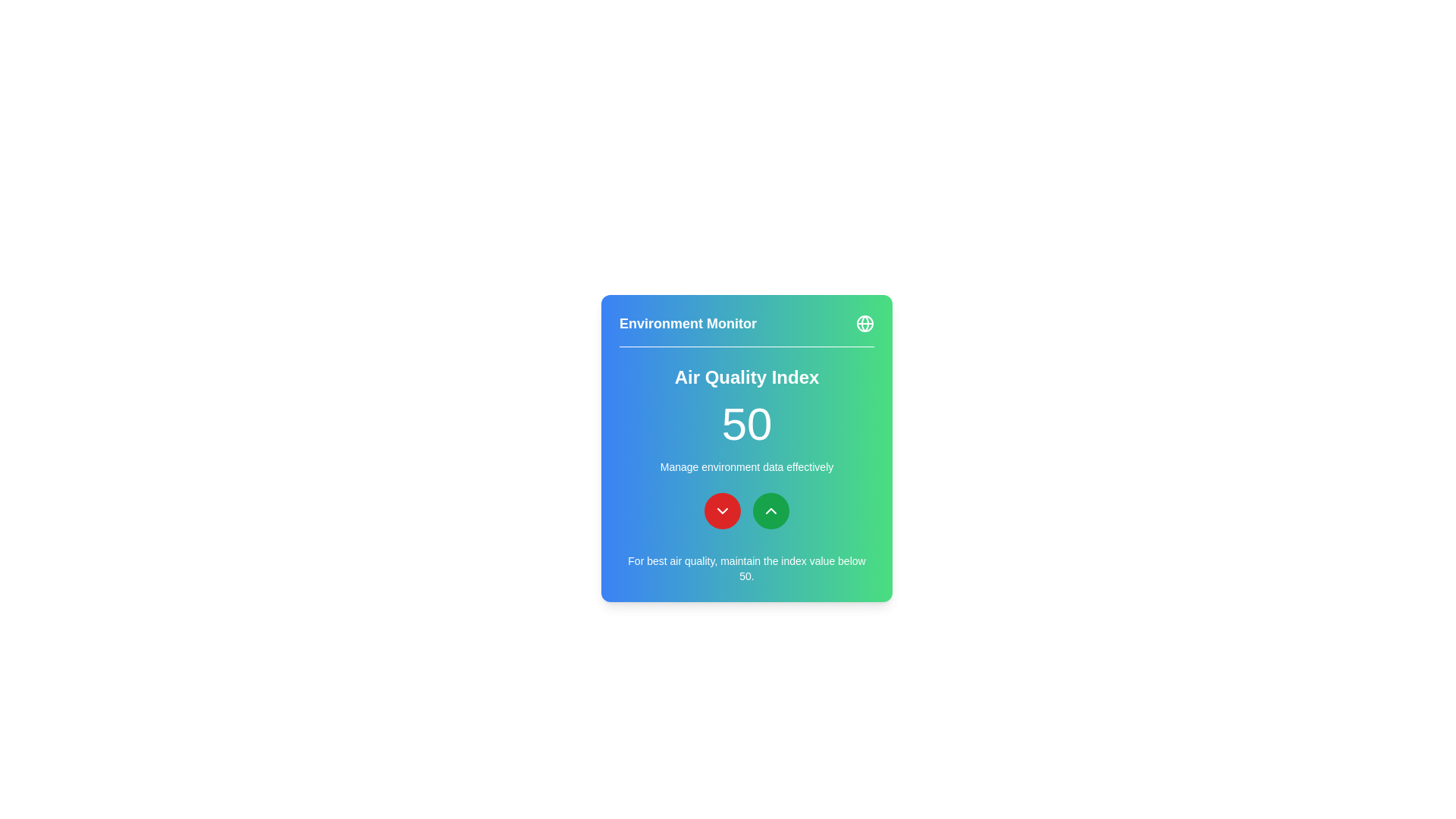  I want to click on the red or green button in the horizontal button group below the 'Air Quality Index' value to interact with its associated function, so click(746, 511).